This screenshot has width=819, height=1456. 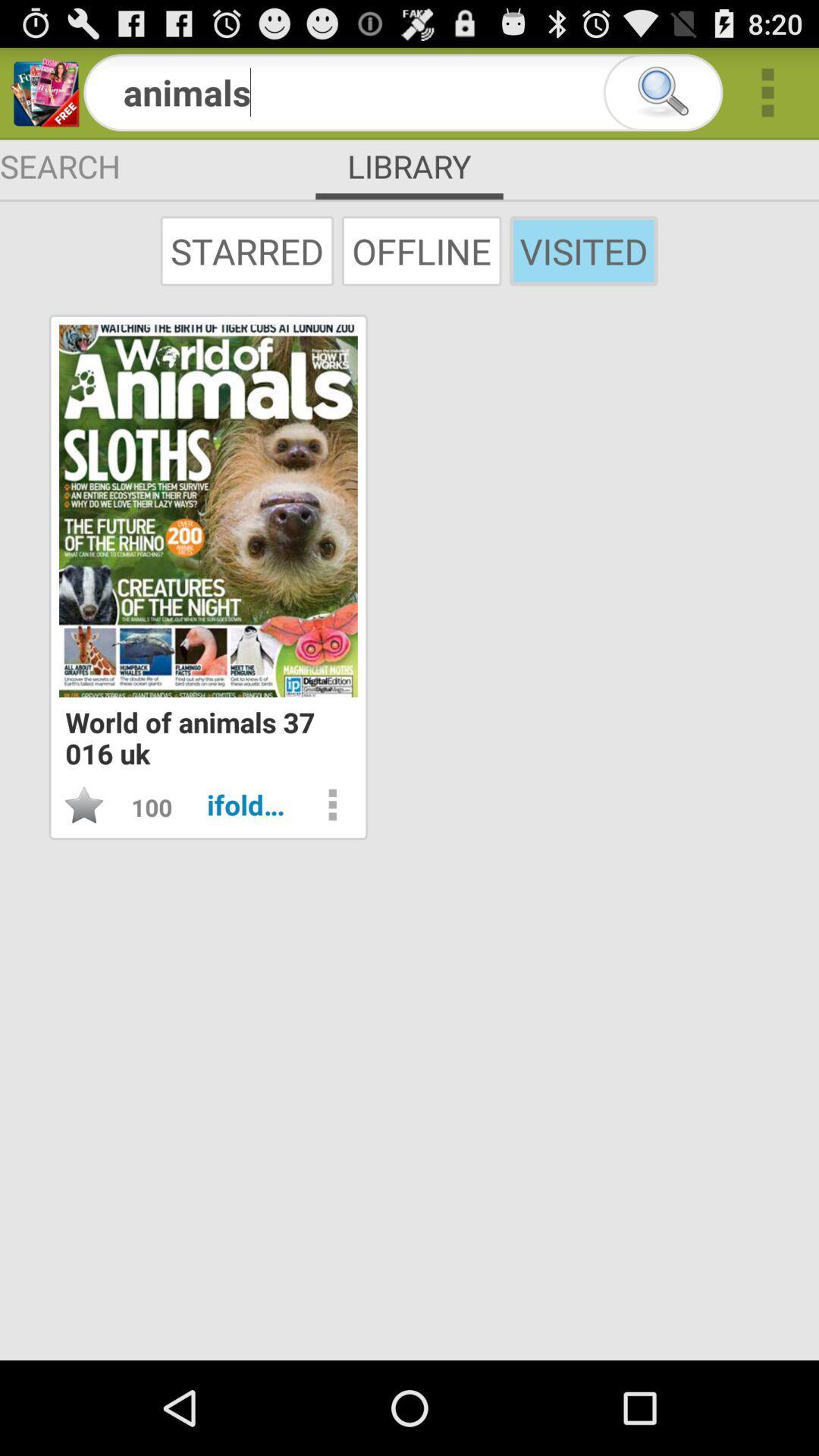 I want to click on button to open up main menu, so click(x=767, y=92).